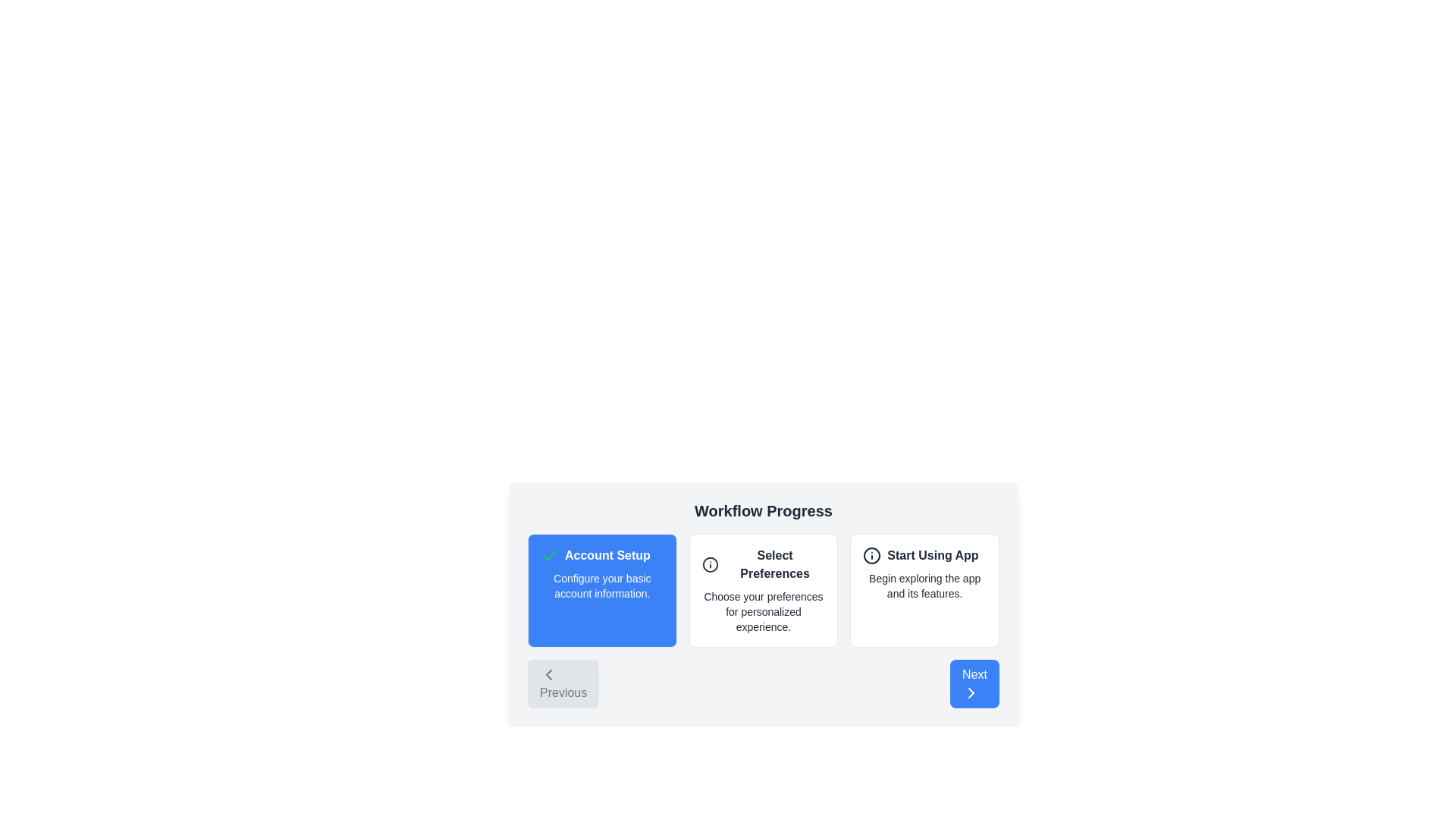  Describe the element at coordinates (924, 590) in the screenshot. I see `the Informational Card titled 'Start Using App', which includes a header in bold and additional text about exploring the app's features` at that location.